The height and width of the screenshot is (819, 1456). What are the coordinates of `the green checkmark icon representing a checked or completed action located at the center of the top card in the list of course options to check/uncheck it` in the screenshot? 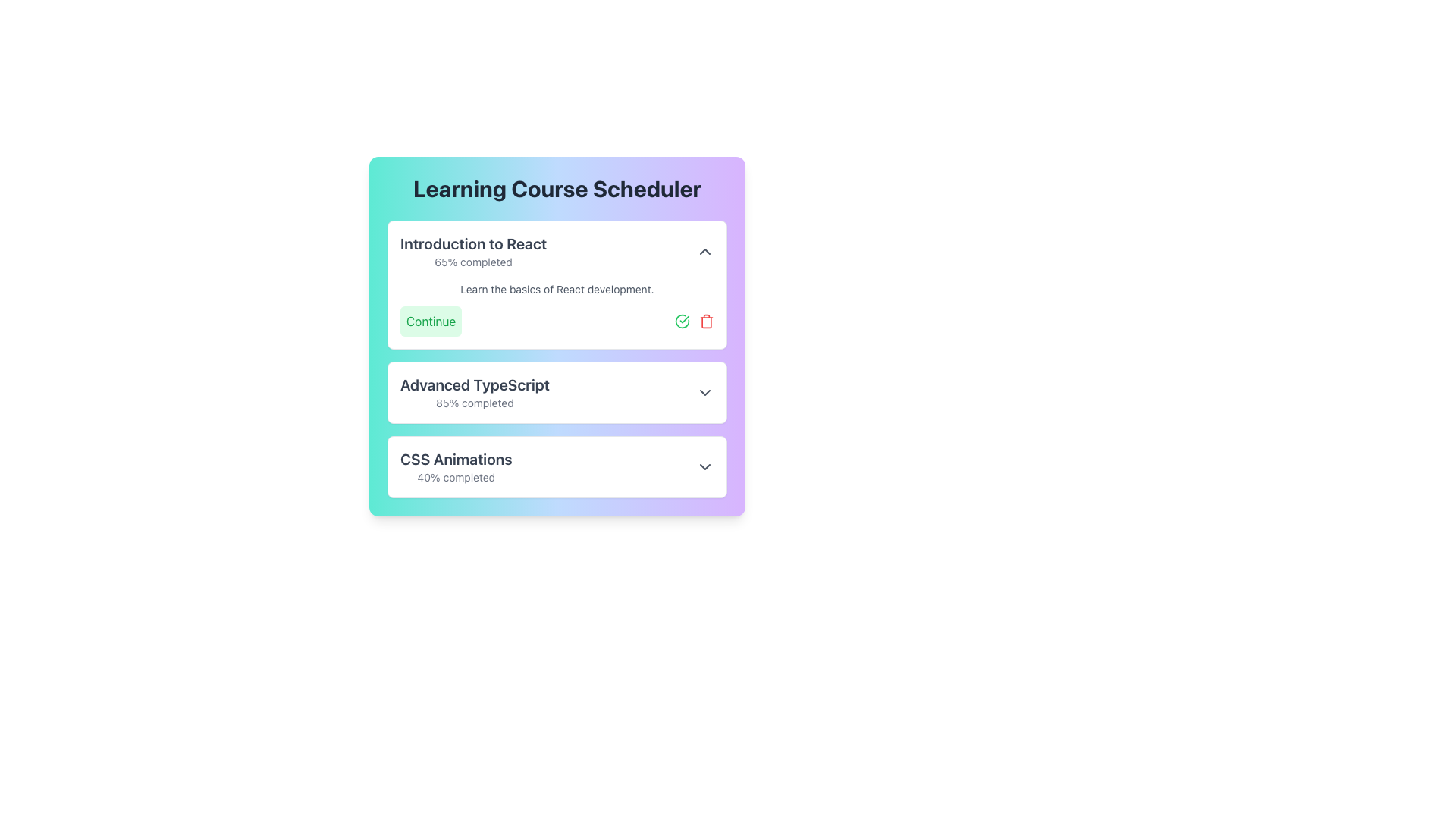 It's located at (682, 320).